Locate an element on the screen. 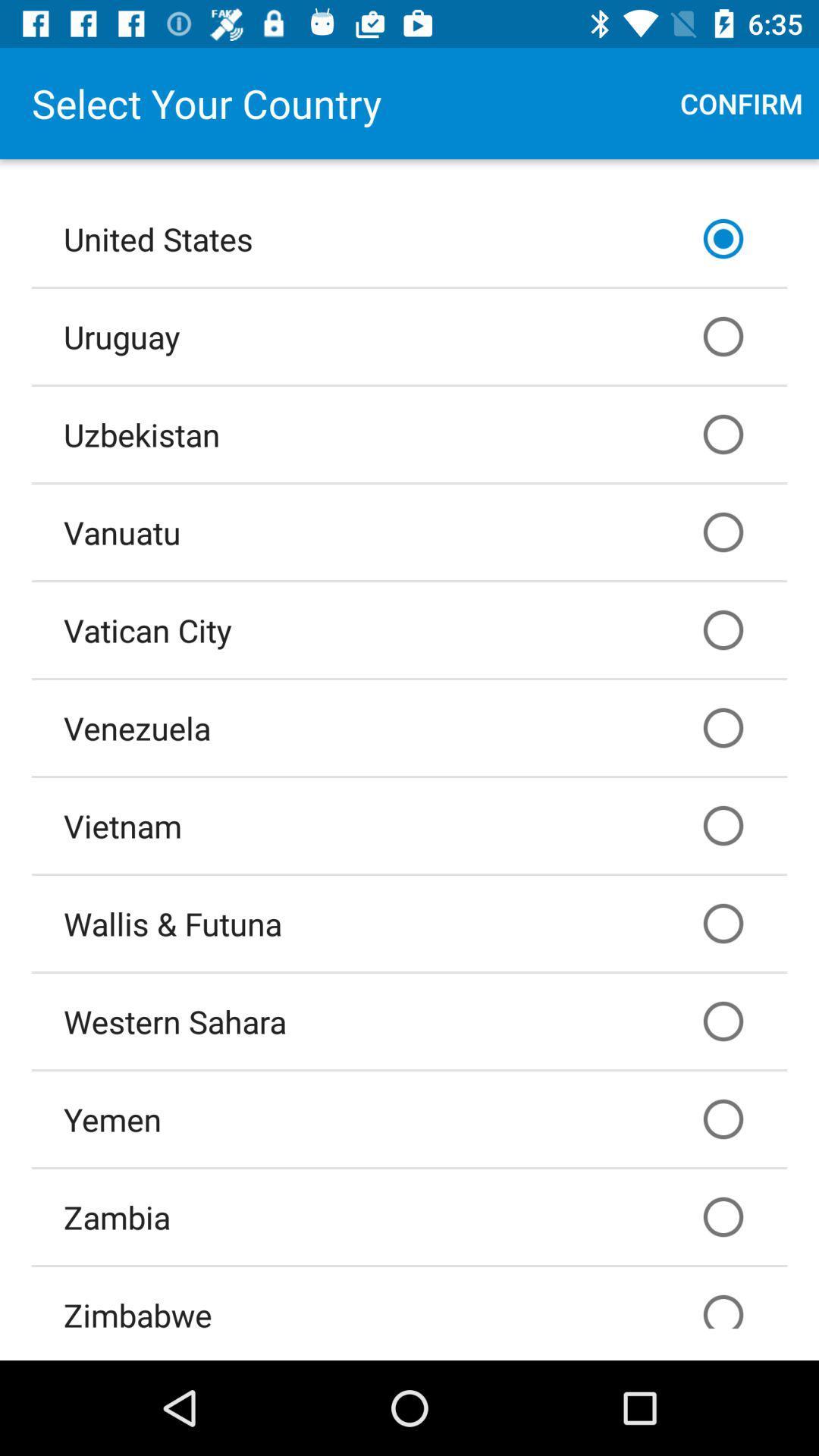  the zimbabwe is located at coordinates (409, 1297).